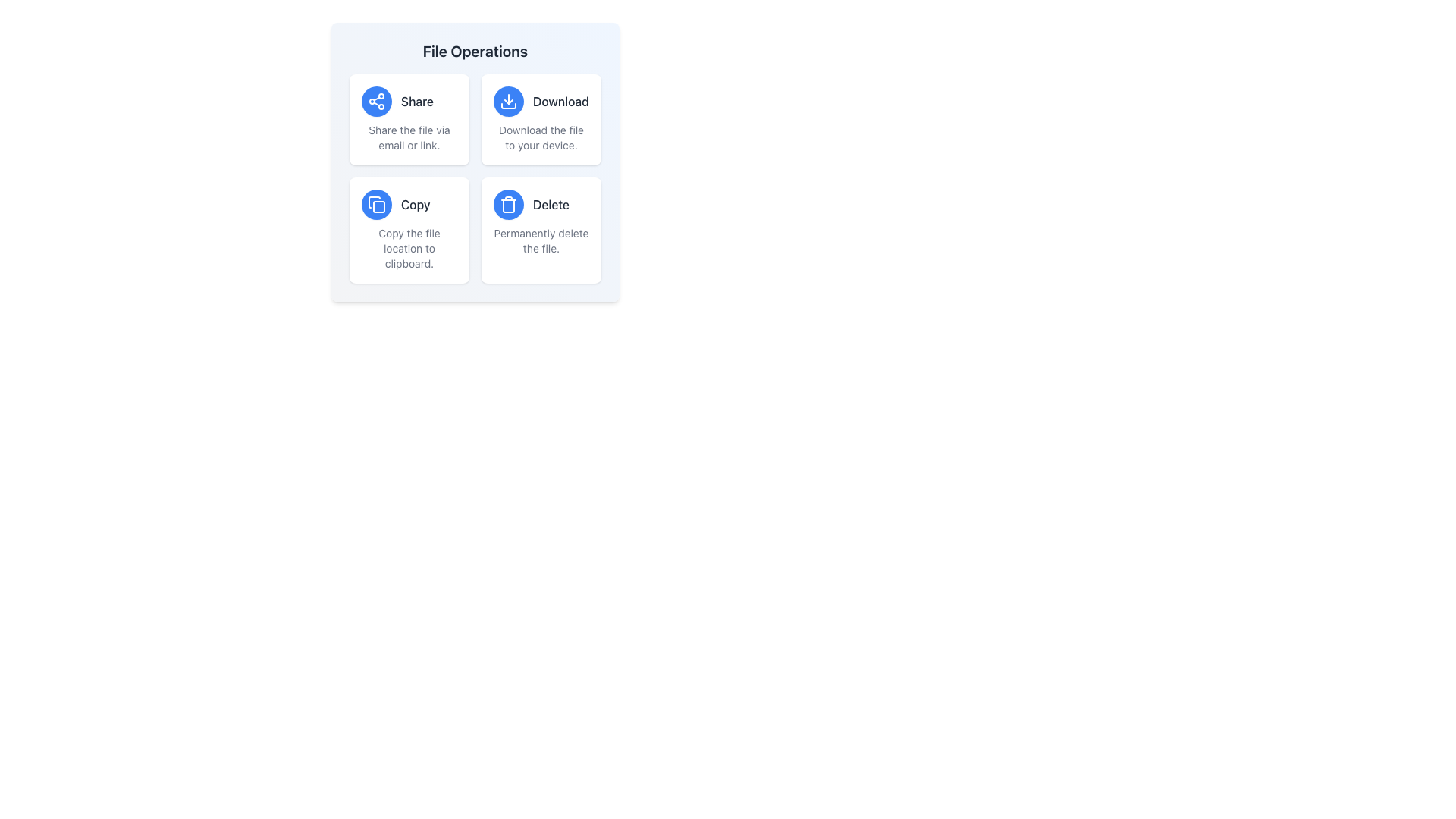  What do you see at coordinates (509, 205) in the screenshot?
I see `the circular blue button with a white trash can symbol located under the 'File Operations' section` at bounding box center [509, 205].